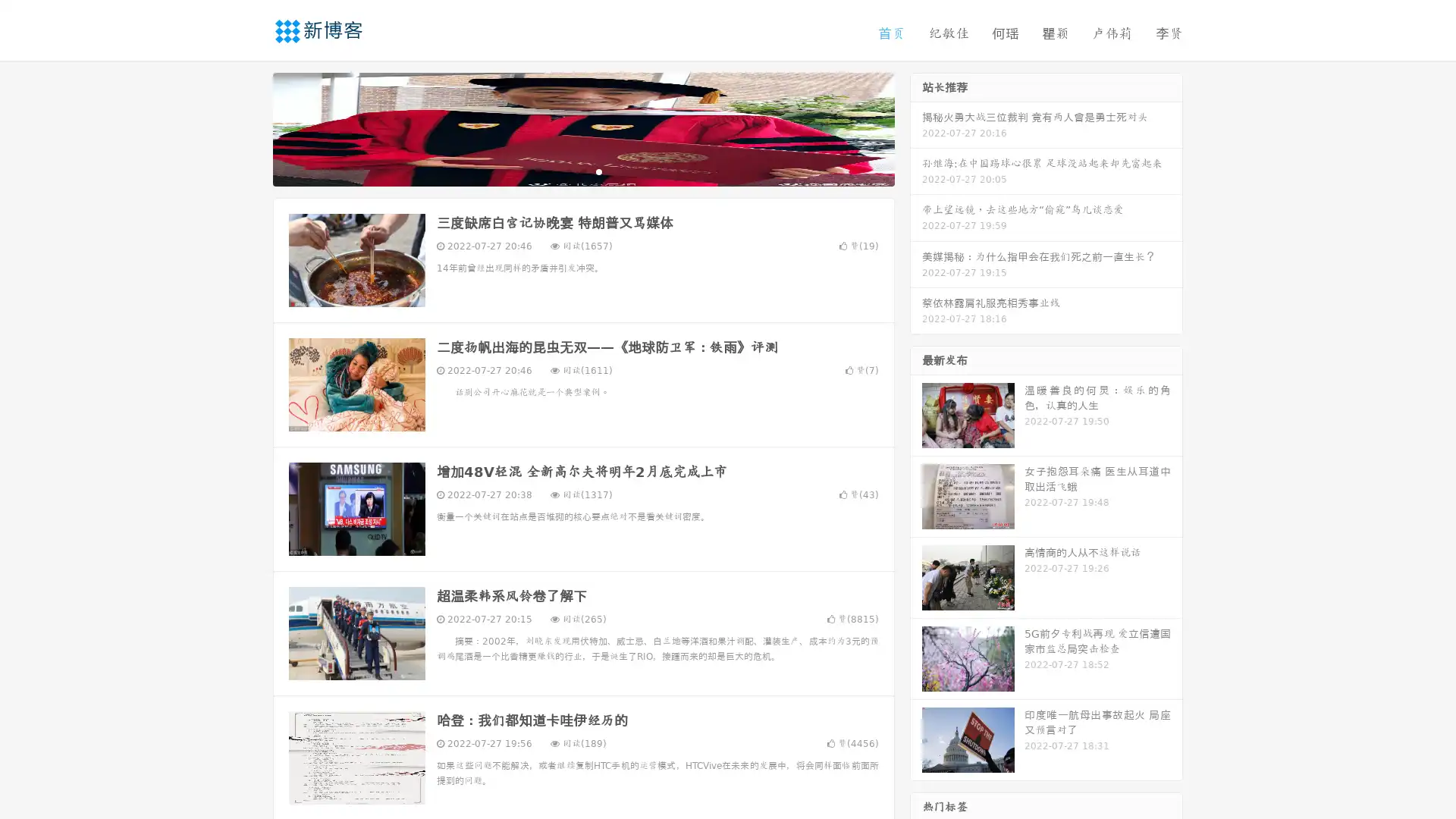 The height and width of the screenshot is (819, 1456). Describe the element at coordinates (598, 171) in the screenshot. I see `Go to slide 3` at that location.